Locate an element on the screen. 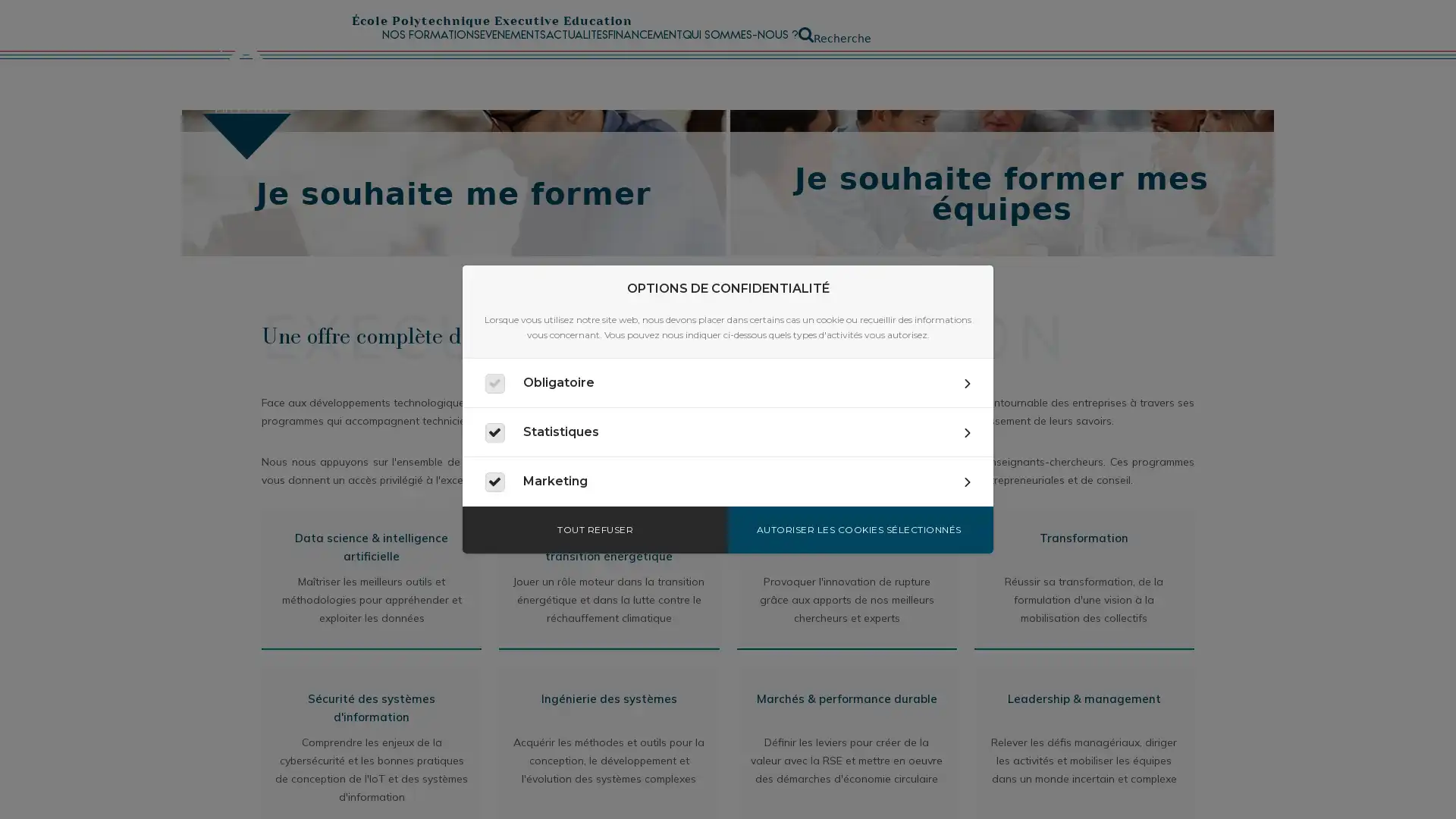 The height and width of the screenshot is (819, 1456). Appliquer is located at coordinates (896, 251).